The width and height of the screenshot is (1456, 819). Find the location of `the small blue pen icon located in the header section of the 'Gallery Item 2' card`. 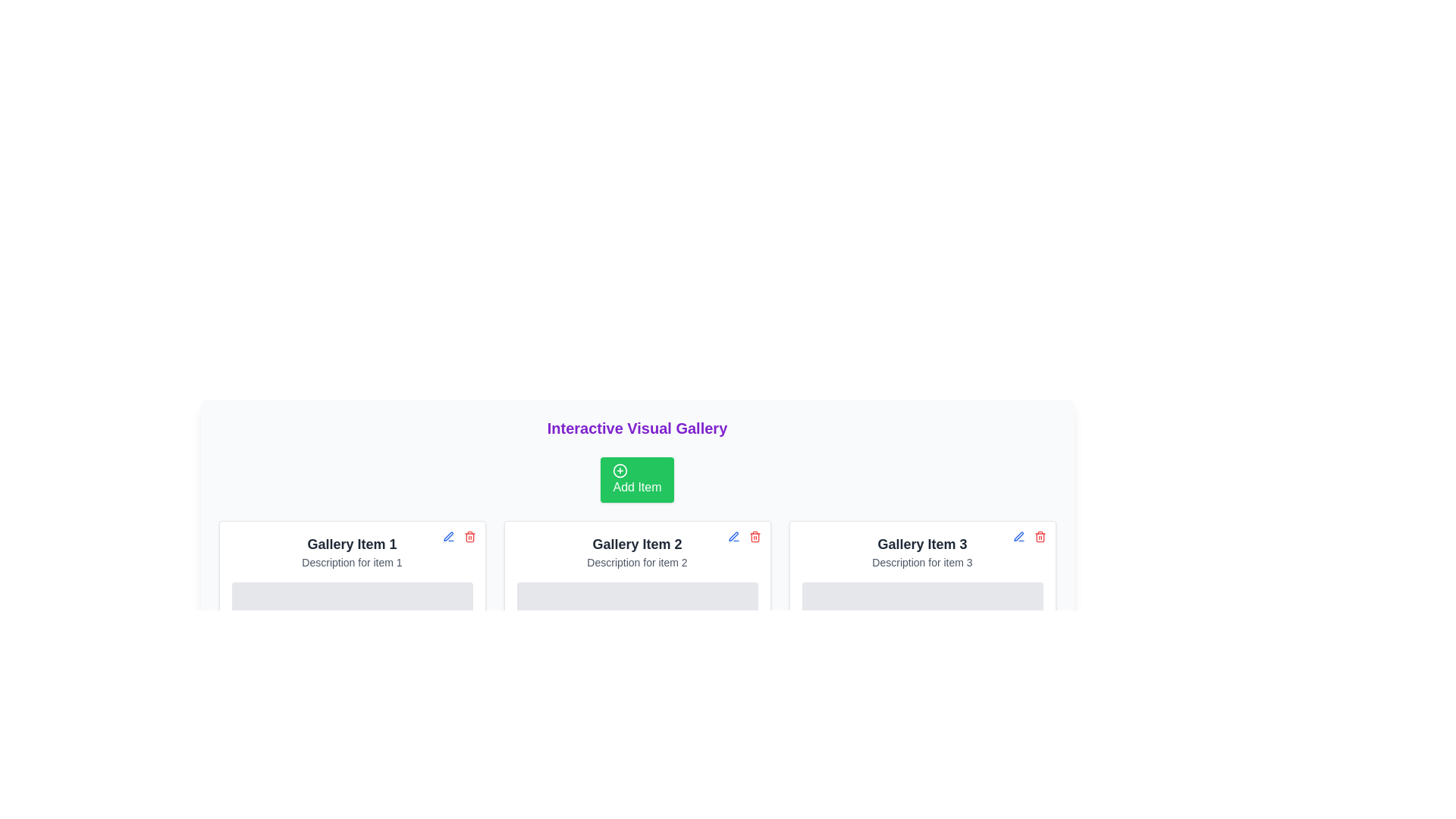

the small blue pen icon located in the header section of the 'Gallery Item 2' card is located at coordinates (447, 536).